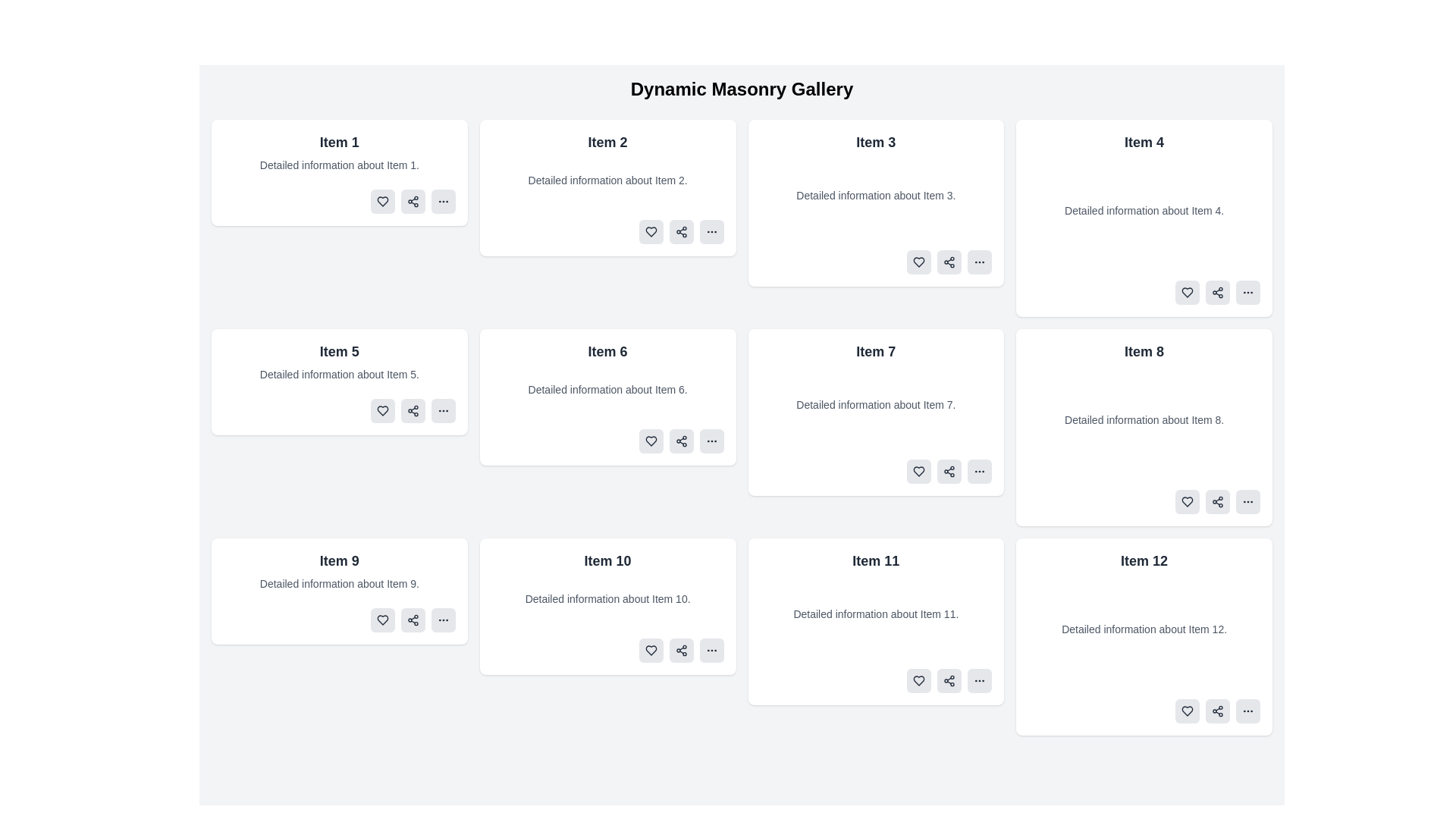 The image size is (1456, 819). Describe the element at coordinates (338, 143) in the screenshot. I see `text displayed in the heading label located at the top-left of the first card in the grid layout` at that location.